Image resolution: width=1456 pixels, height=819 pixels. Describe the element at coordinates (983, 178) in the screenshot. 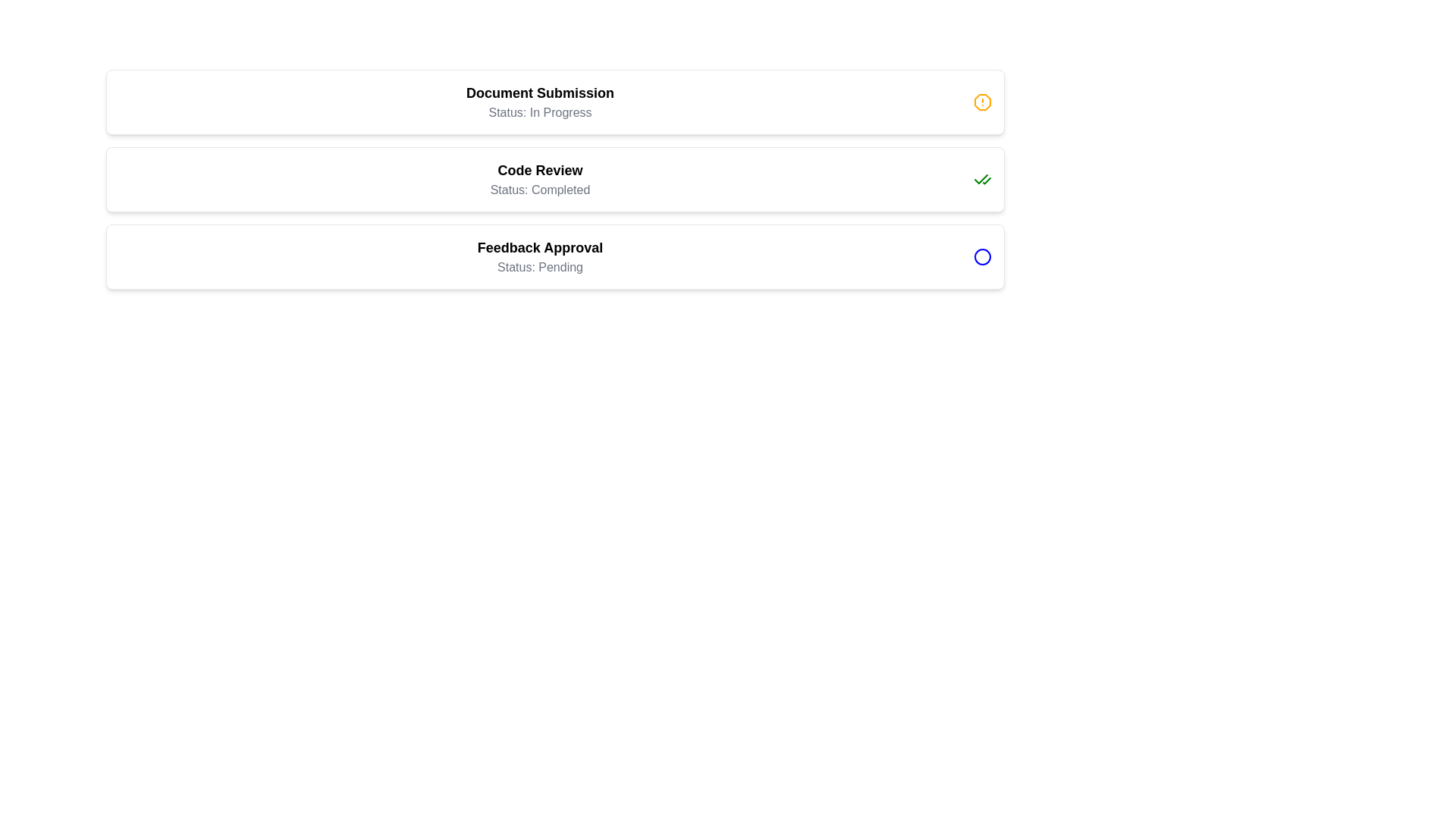

I see `the green double-checkmark icon indicating the 'Completed' status of the 'Code Review' item, located in the top-right corner of the second card` at that location.